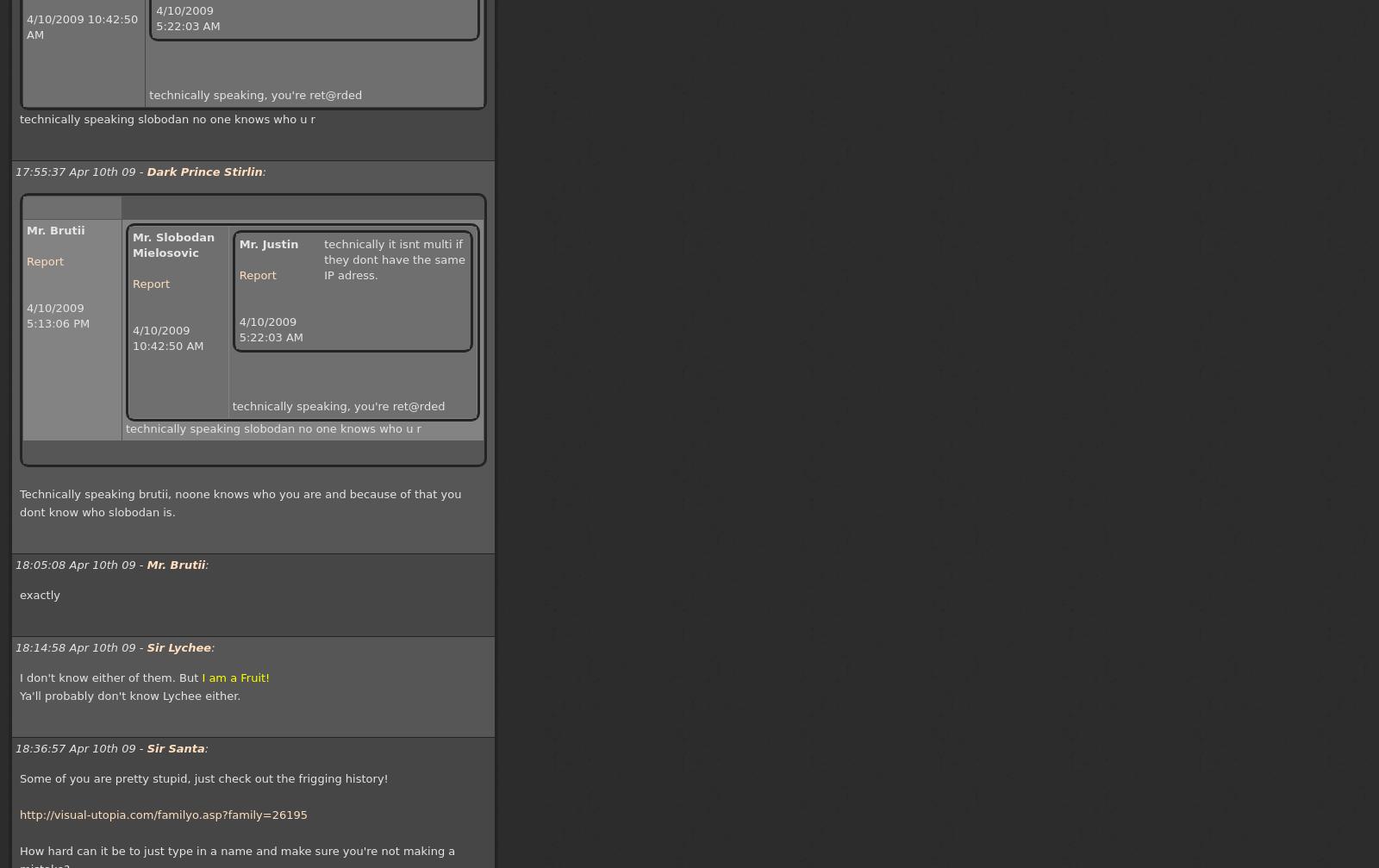 The width and height of the screenshot is (1379, 868). I want to click on 'exactly', so click(38, 594).